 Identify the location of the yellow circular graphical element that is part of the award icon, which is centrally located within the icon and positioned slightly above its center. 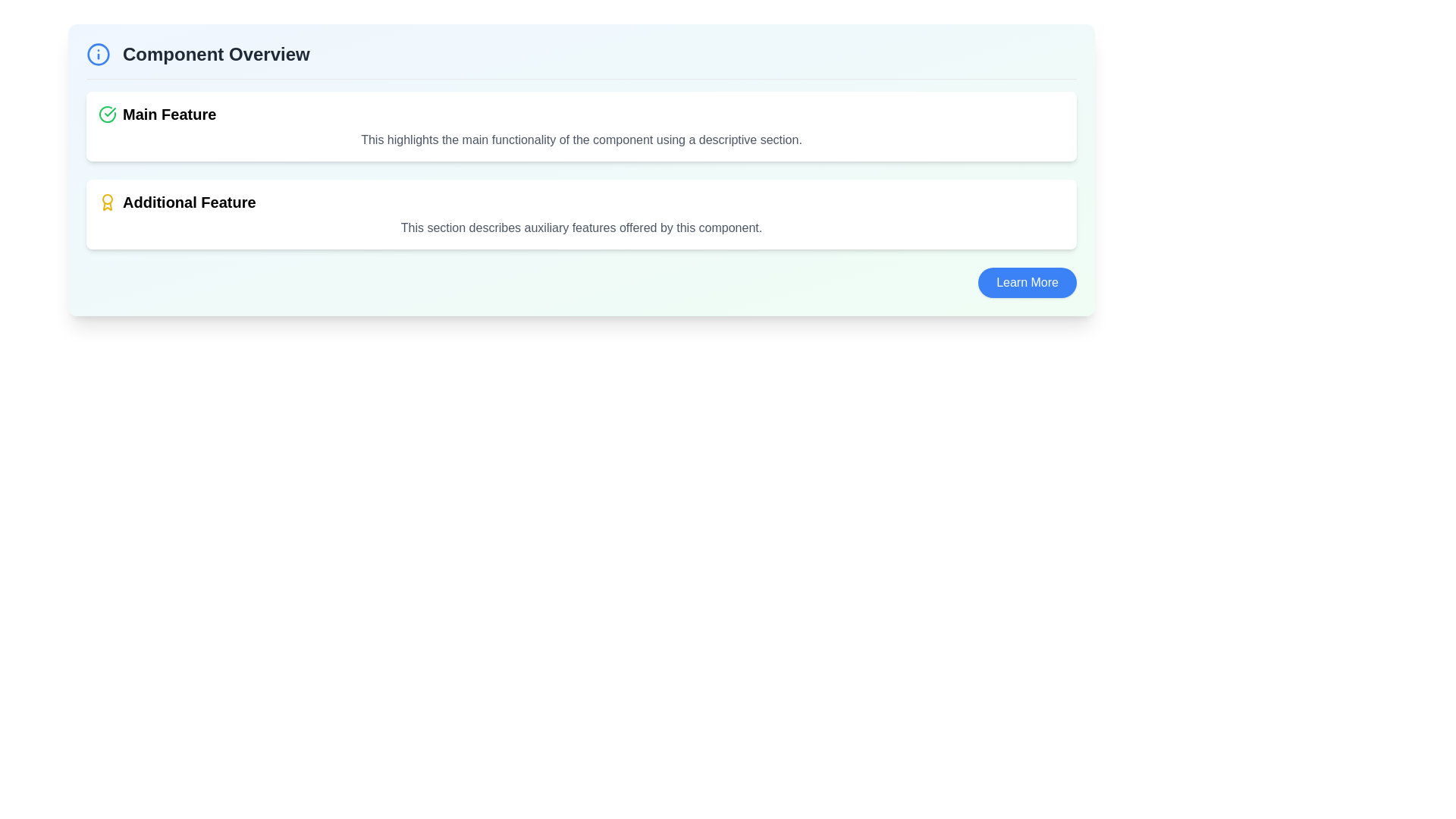
(107, 198).